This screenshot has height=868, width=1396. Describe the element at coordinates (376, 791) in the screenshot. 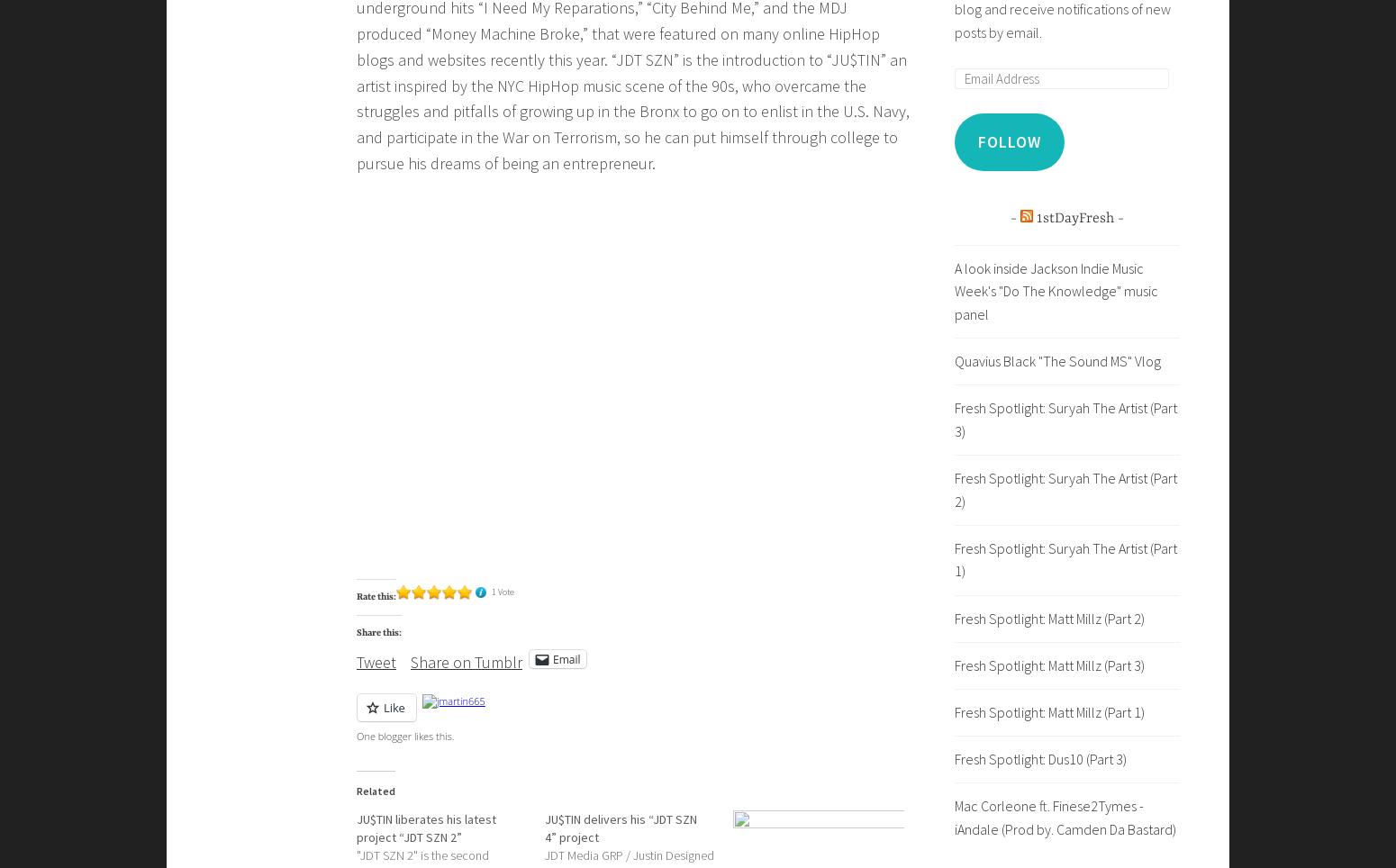

I see `'Related'` at that location.